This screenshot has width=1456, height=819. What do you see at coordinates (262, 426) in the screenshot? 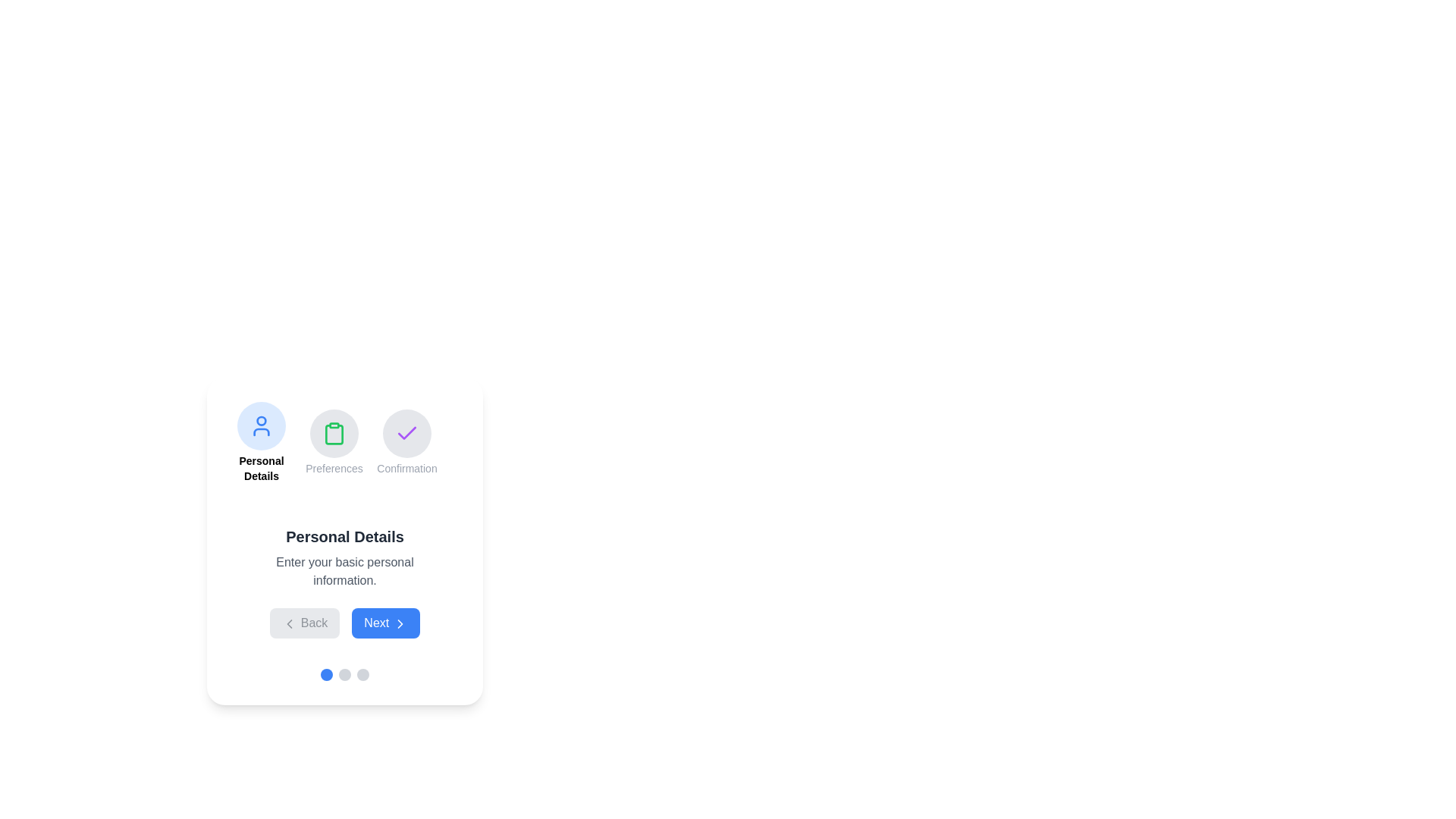
I see `the 'Personal Details' icon located at the top of the 'Personal Details' section, centered horizontally above the corresponding text label` at bounding box center [262, 426].